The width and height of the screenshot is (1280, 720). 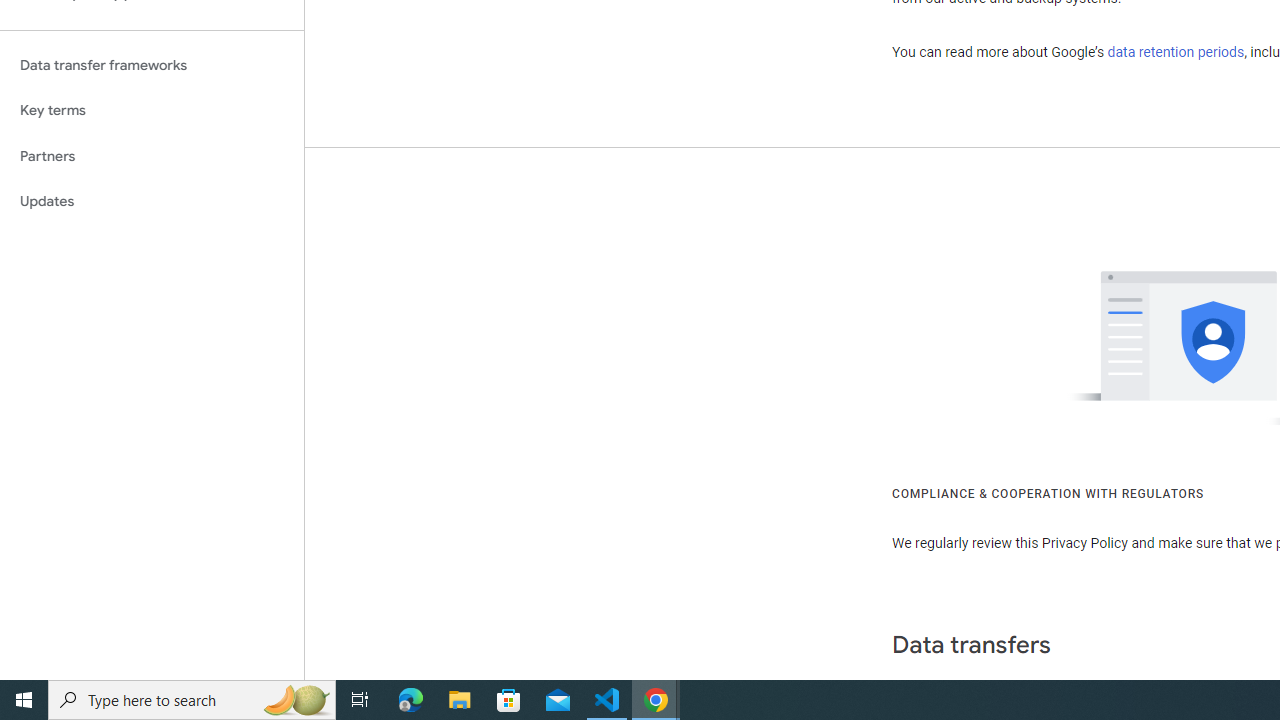 What do you see at coordinates (606, 698) in the screenshot?
I see `'Visual Studio Code - 1 running window'` at bounding box center [606, 698].